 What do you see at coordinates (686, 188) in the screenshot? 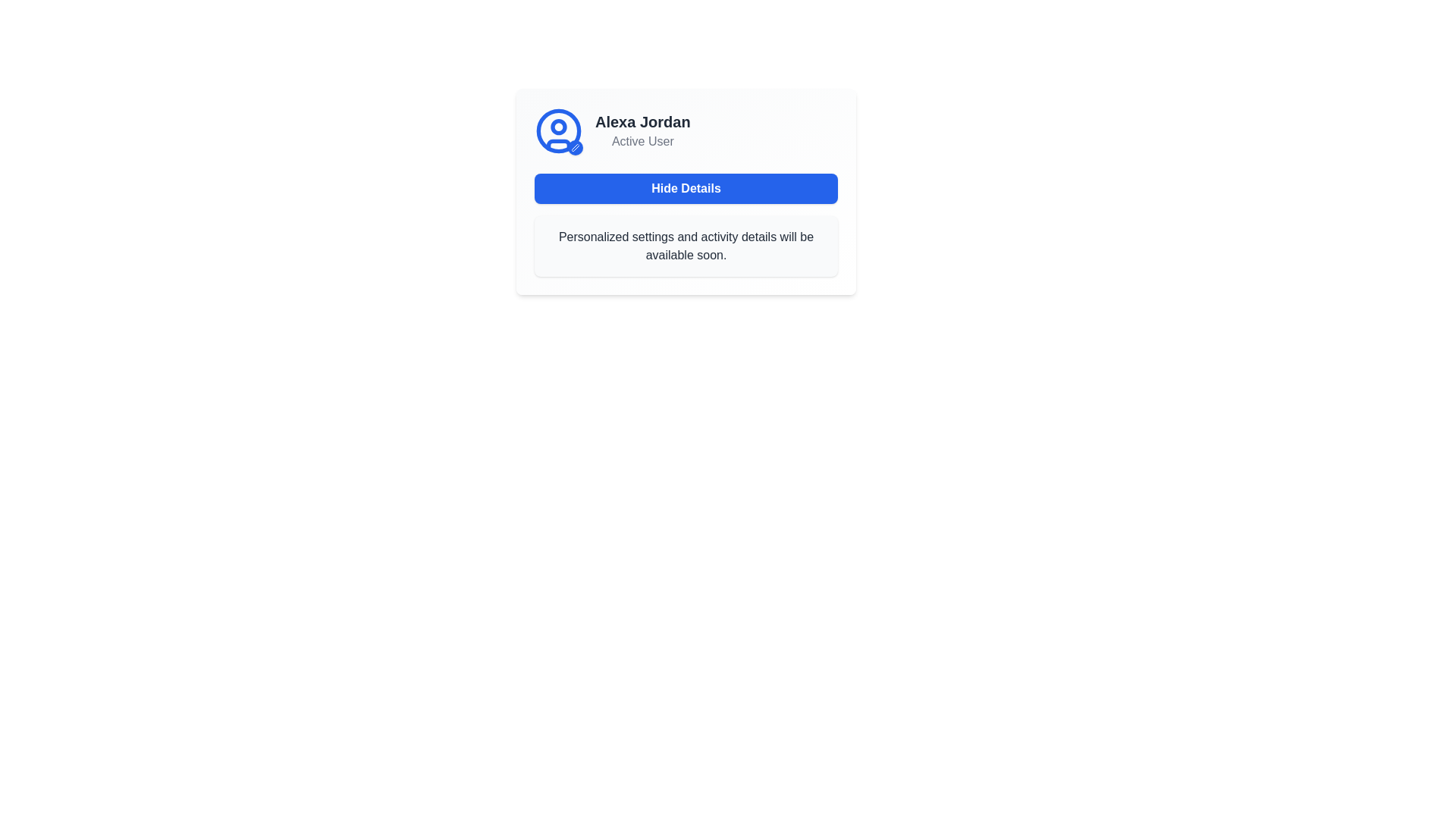
I see `the toggle button located below the user identification area of 'Alexa Jordan' to change its appearance` at bounding box center [686, 188].